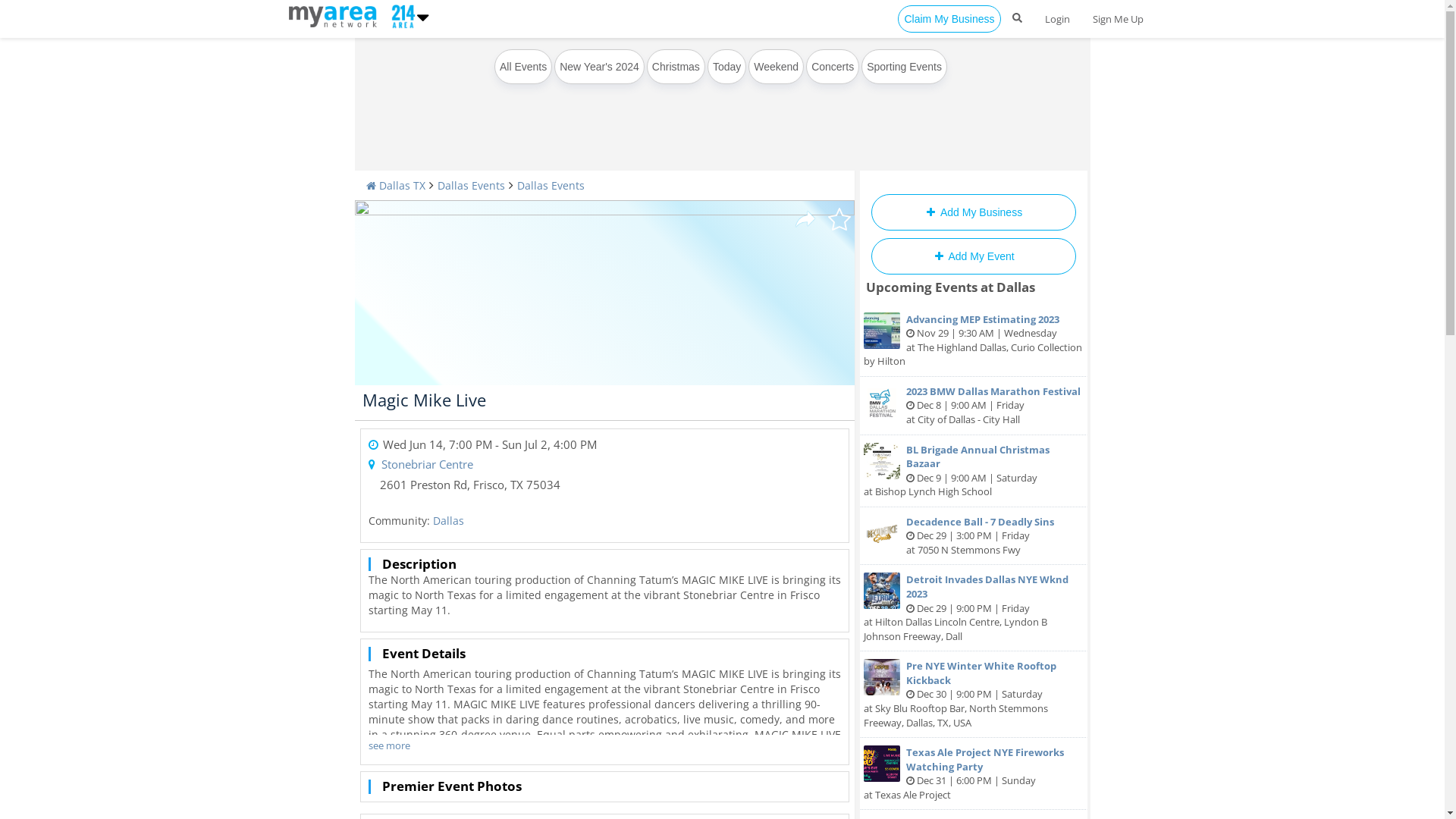 Image resolution: width=1456 pixels, height=819 pixels. I want to click on 'Sign Me Up', so click(1118, 18).